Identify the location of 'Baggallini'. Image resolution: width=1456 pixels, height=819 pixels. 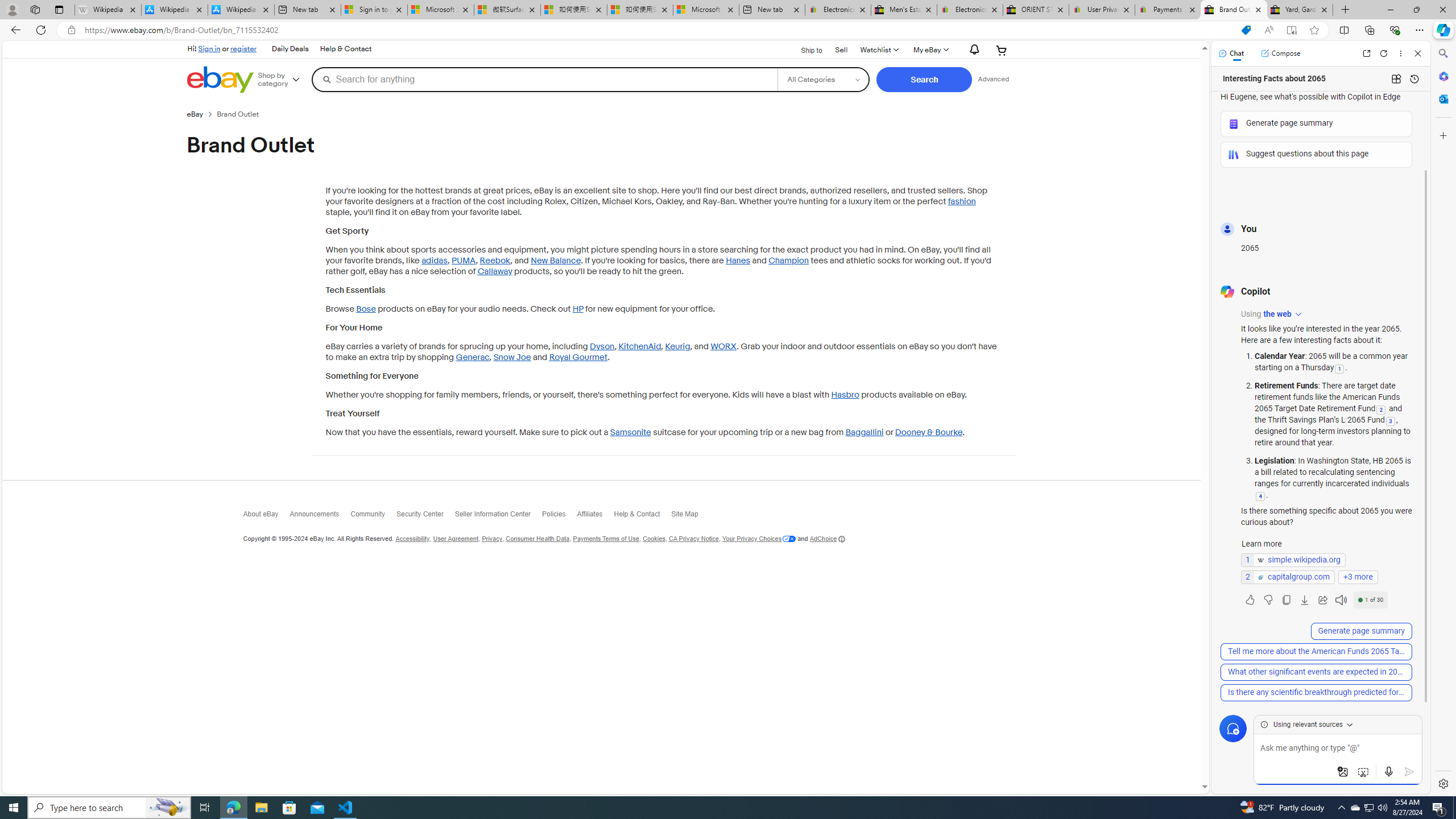
(864, 433).